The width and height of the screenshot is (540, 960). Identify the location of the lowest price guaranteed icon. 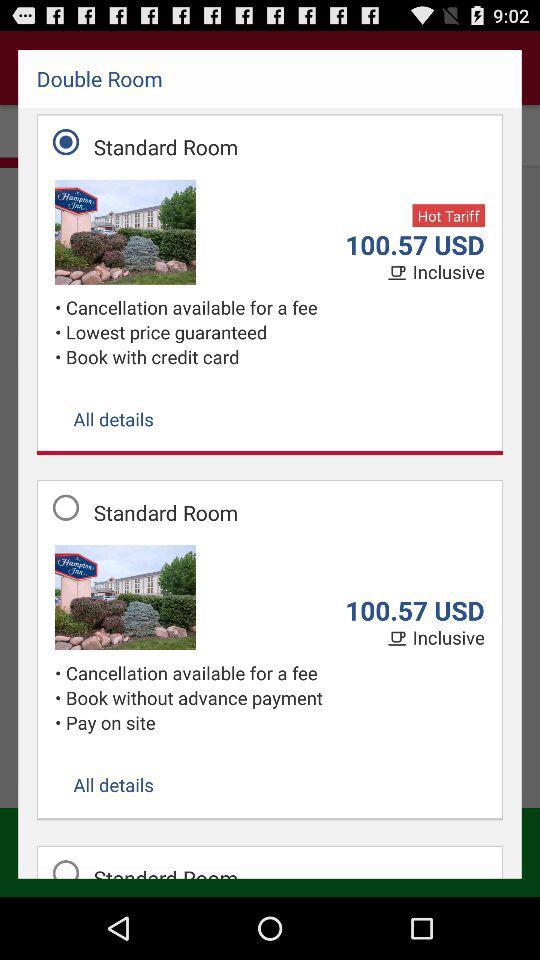
(274, 332).